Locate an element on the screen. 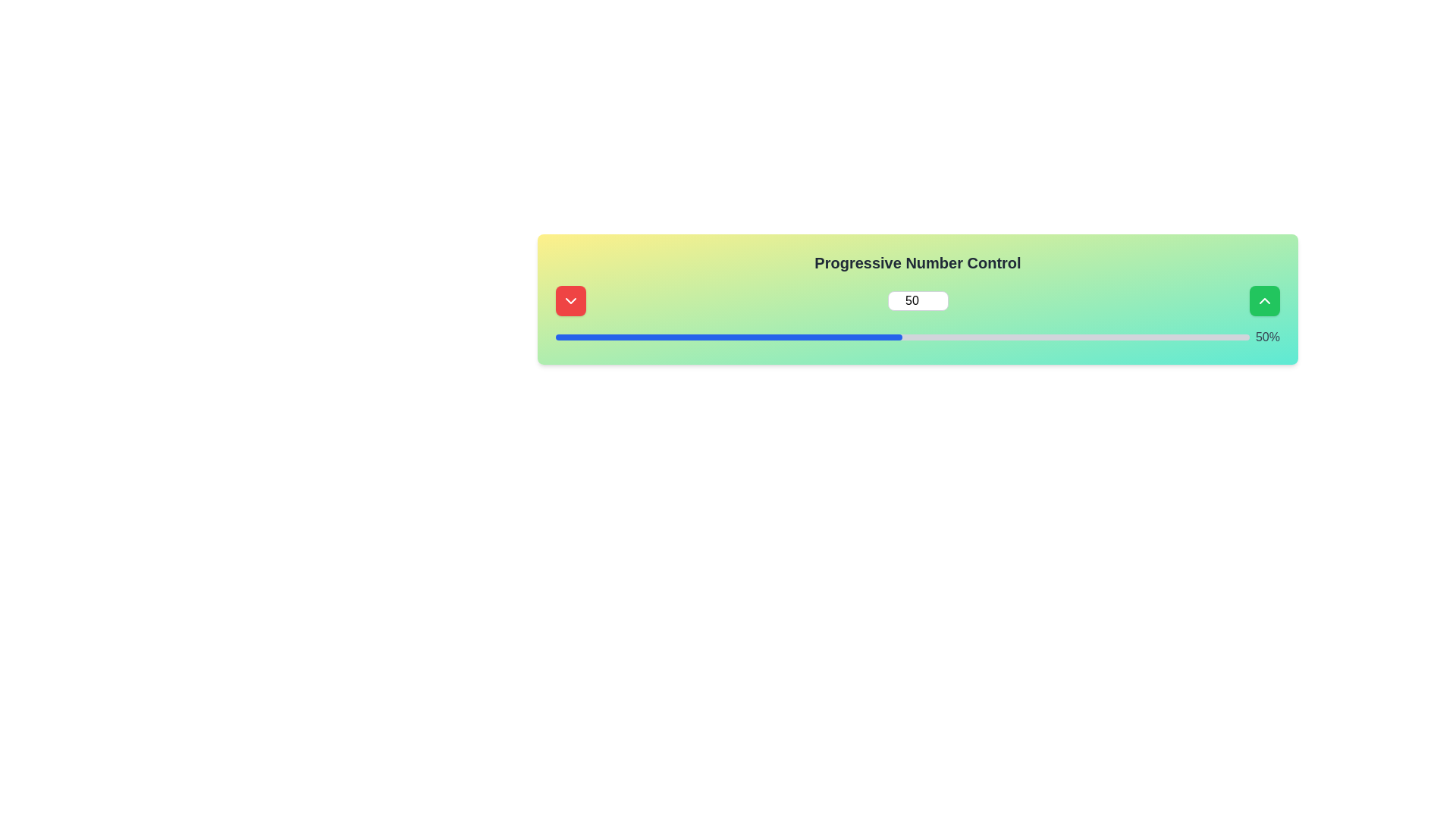 The image size is (1456, 819). the slider is located at coordinates (1235, 336).